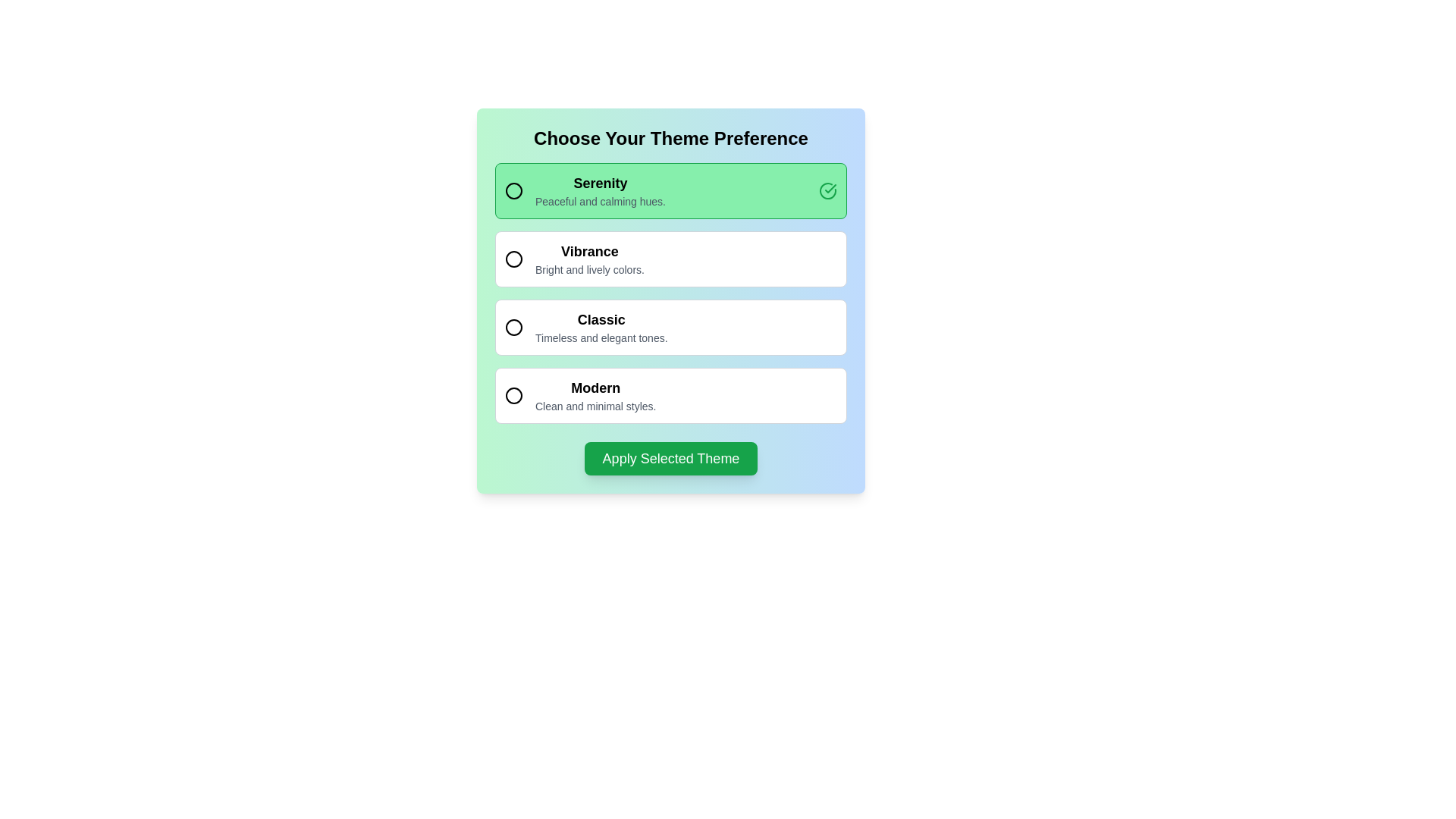 Image resolution: width=1456 pixels, height=819 pixels. I want to click on the 'Vibrance' theme selectable list item, which is the second option in the group of selectable items, so click(574, 259).